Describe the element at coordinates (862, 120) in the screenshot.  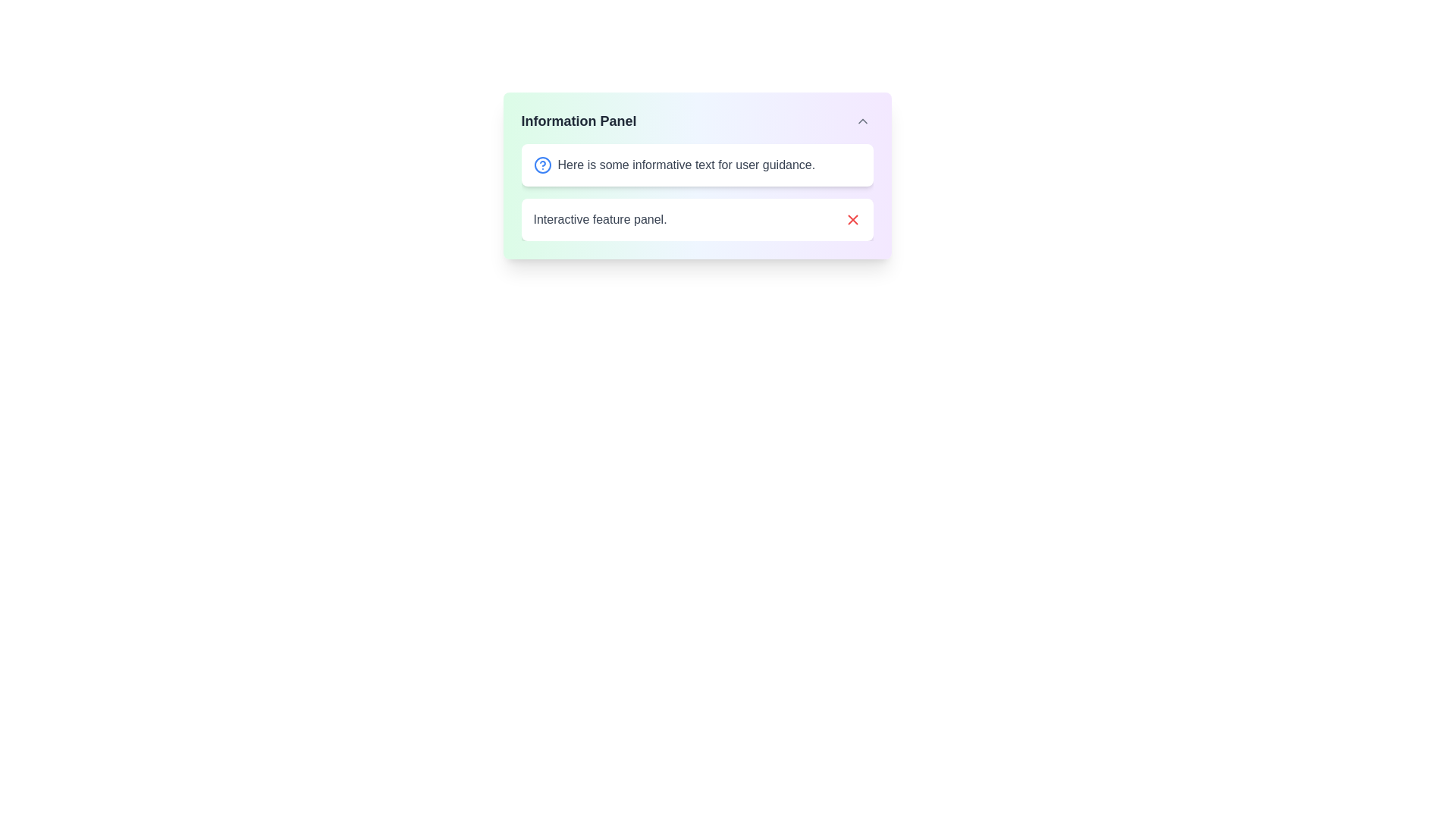
I see `the interactive Button located in the top-right corner of the 'Information Panel'` at that location.